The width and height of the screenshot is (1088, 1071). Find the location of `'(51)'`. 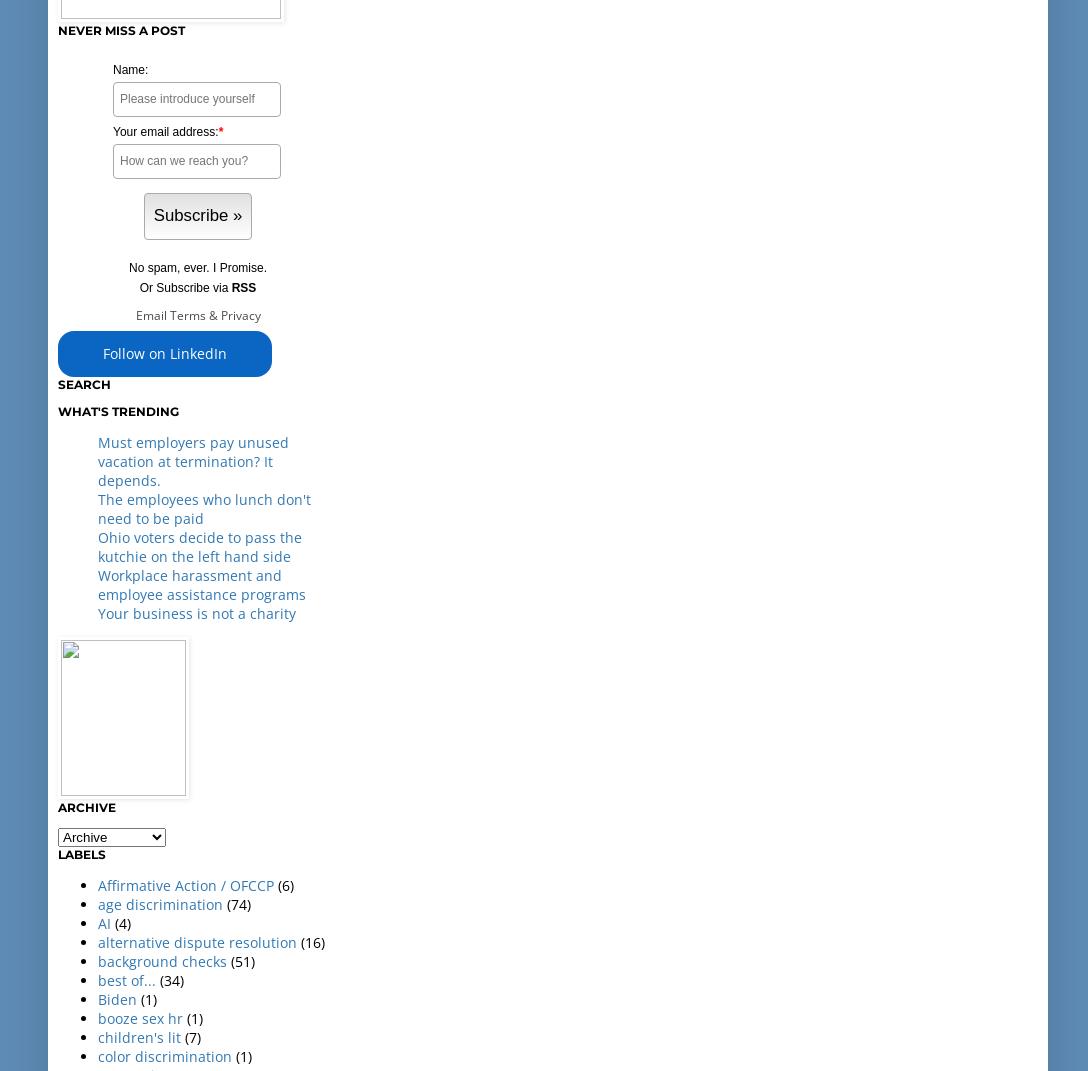

'(51)' is located at coordinates (241, 959).